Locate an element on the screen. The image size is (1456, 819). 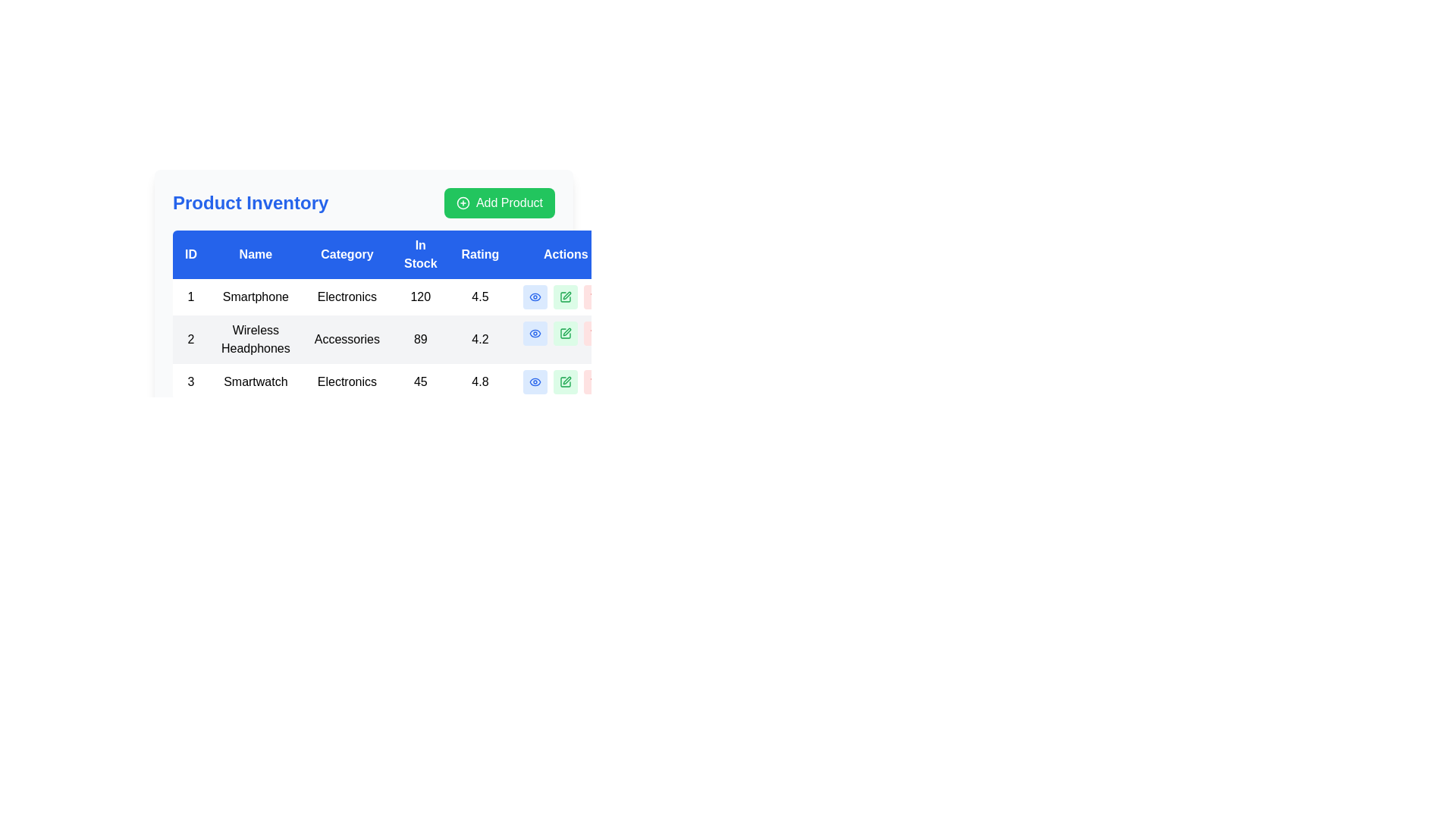
the text label displaying the number '45' in bold black font, located in the 'In Stock' column of the third row of the 'Product Inventory' table is located at coordinates (420, 381).